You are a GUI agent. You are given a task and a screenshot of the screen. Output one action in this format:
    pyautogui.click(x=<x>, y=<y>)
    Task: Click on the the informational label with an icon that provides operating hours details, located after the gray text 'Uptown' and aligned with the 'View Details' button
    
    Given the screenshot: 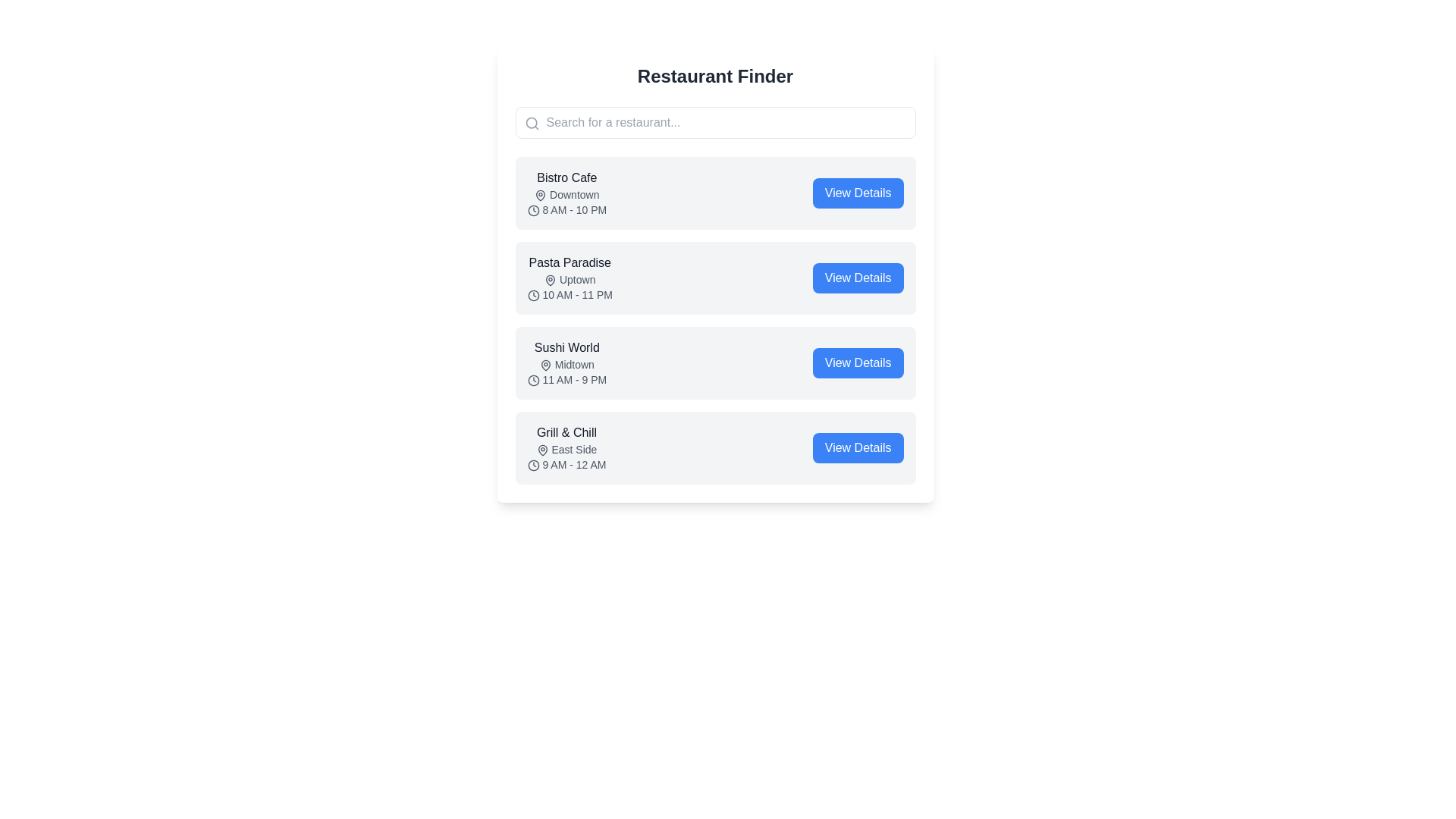 What is the action you would take?
    pyautogui.click(x=569, y=295)
    